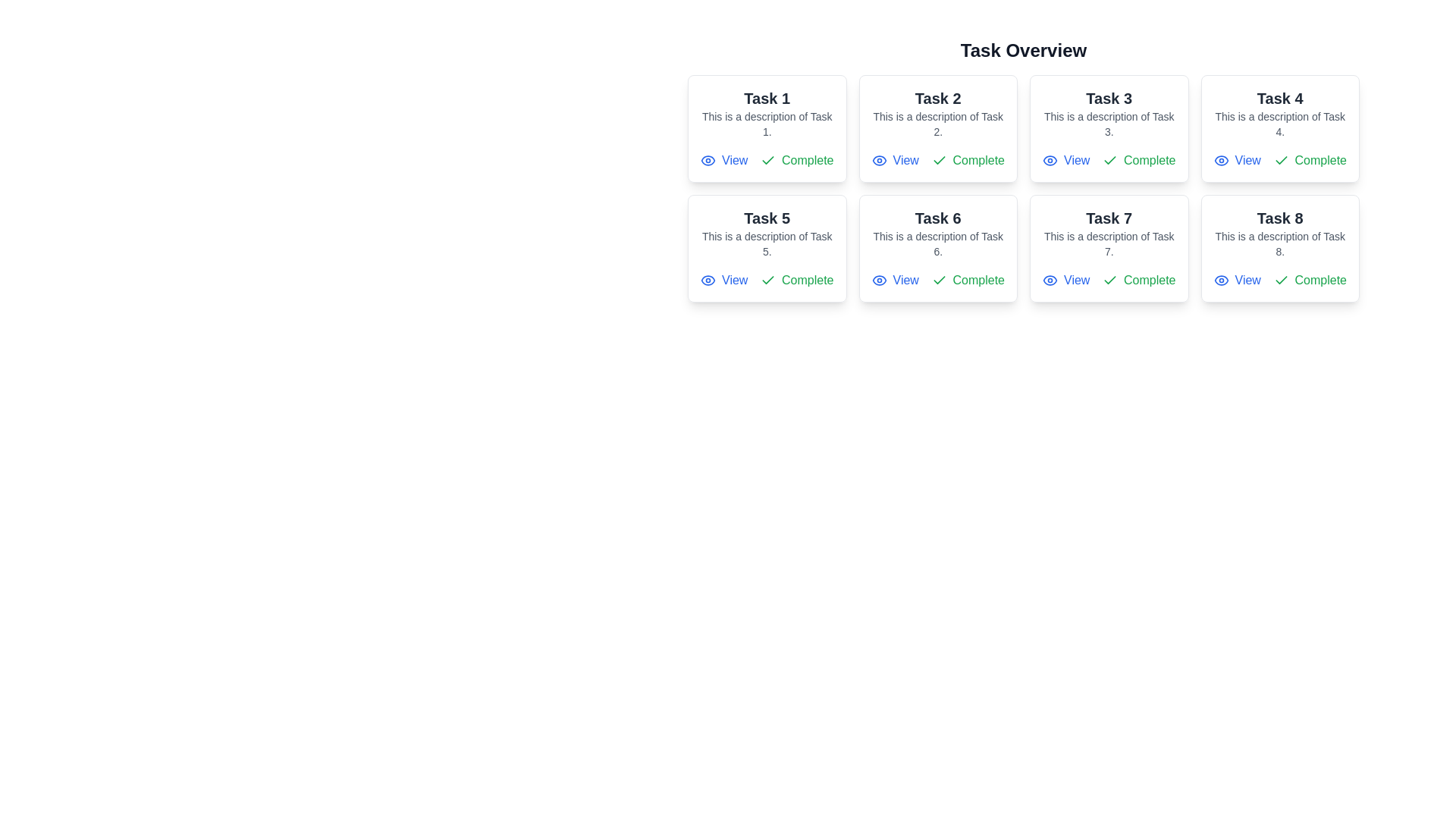 The width and height of the screenshot is (1456, 819). Describe the element at coordinates (937, 281) in the screenshot. I see `the 'Complete' text and checkmark icon in the 'View Complete' group located at the bottom of the 'Task 6' card to mark the task as complete` at that location.